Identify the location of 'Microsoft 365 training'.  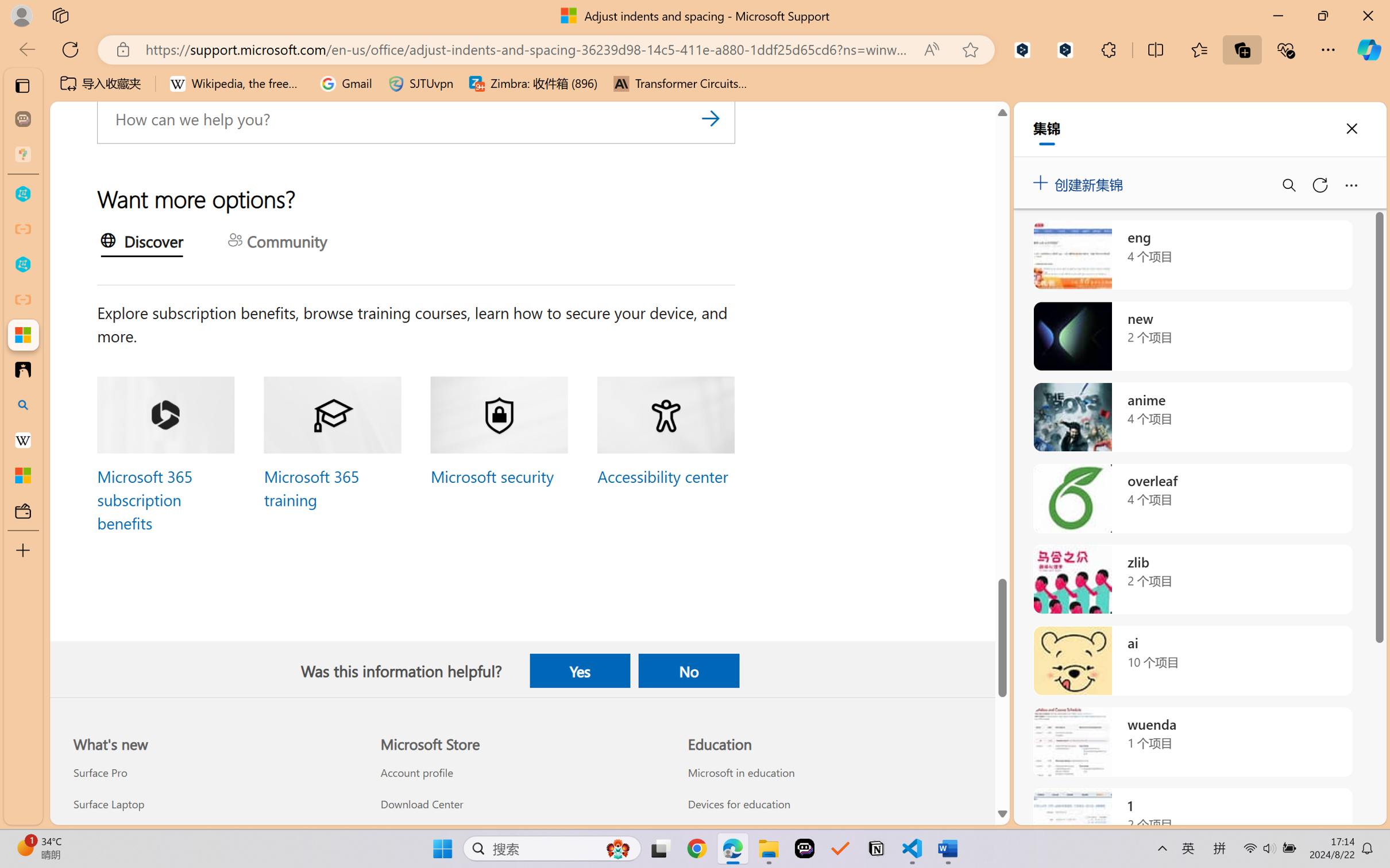
(310, 488).